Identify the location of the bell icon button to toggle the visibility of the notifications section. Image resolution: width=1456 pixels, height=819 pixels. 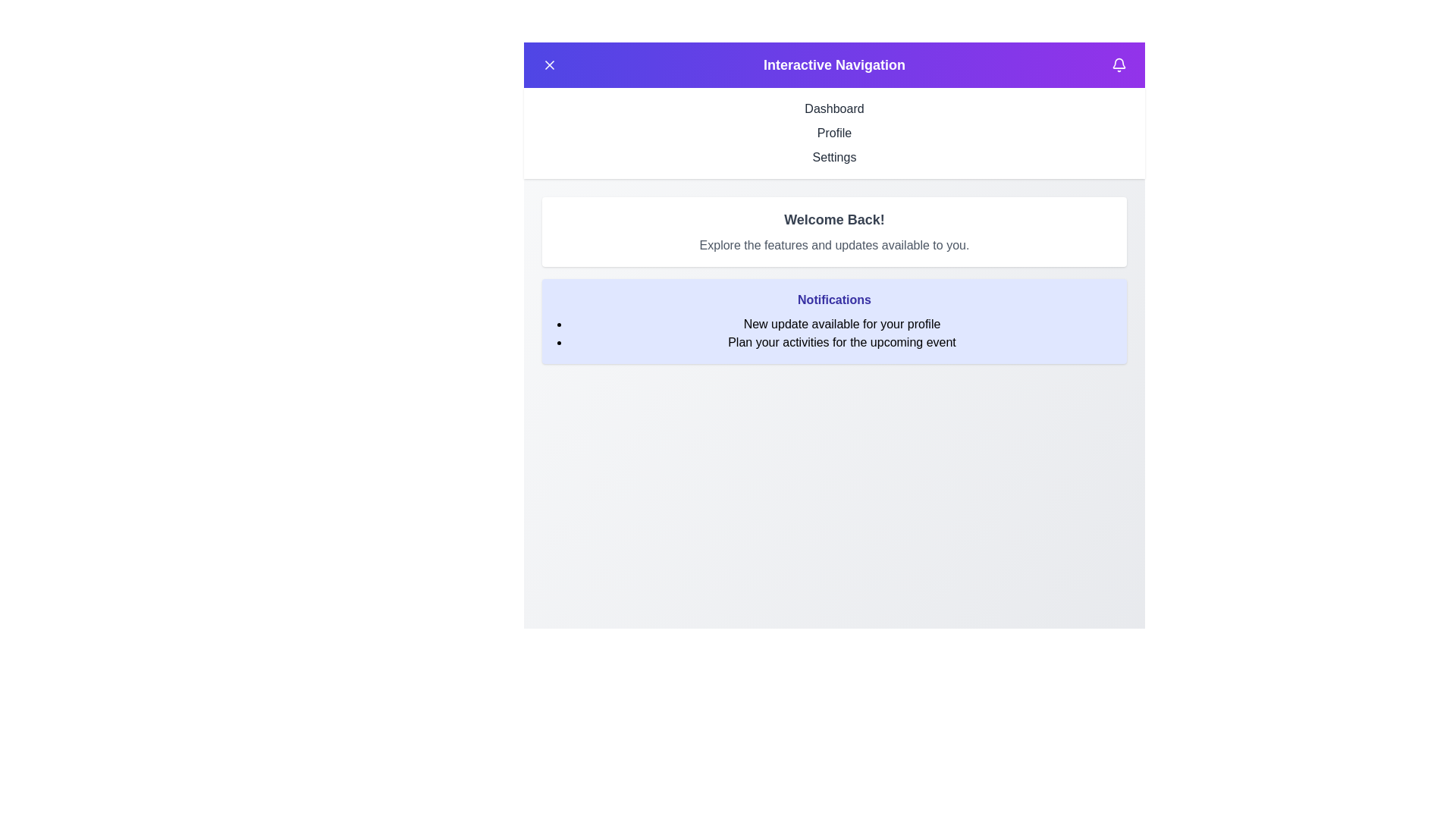
(1119, 64).